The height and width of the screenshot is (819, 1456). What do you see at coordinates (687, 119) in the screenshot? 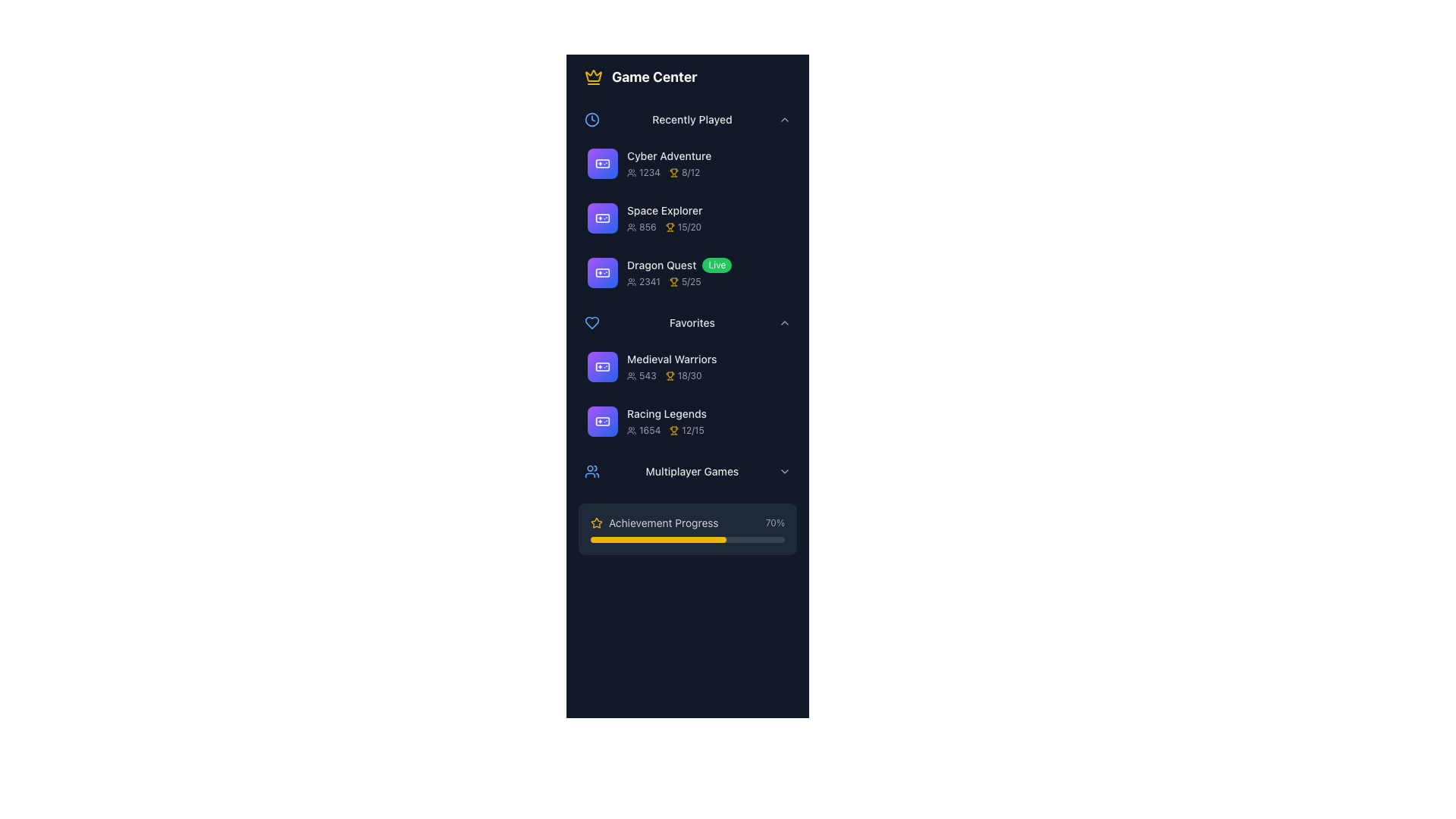
I see `the 'Recently Played' Collapsible Section Header, which features a blue clock icon on the left and a downwards chevron icon on the right, to trigger the highlight effect` at bounding box center [687, 119].